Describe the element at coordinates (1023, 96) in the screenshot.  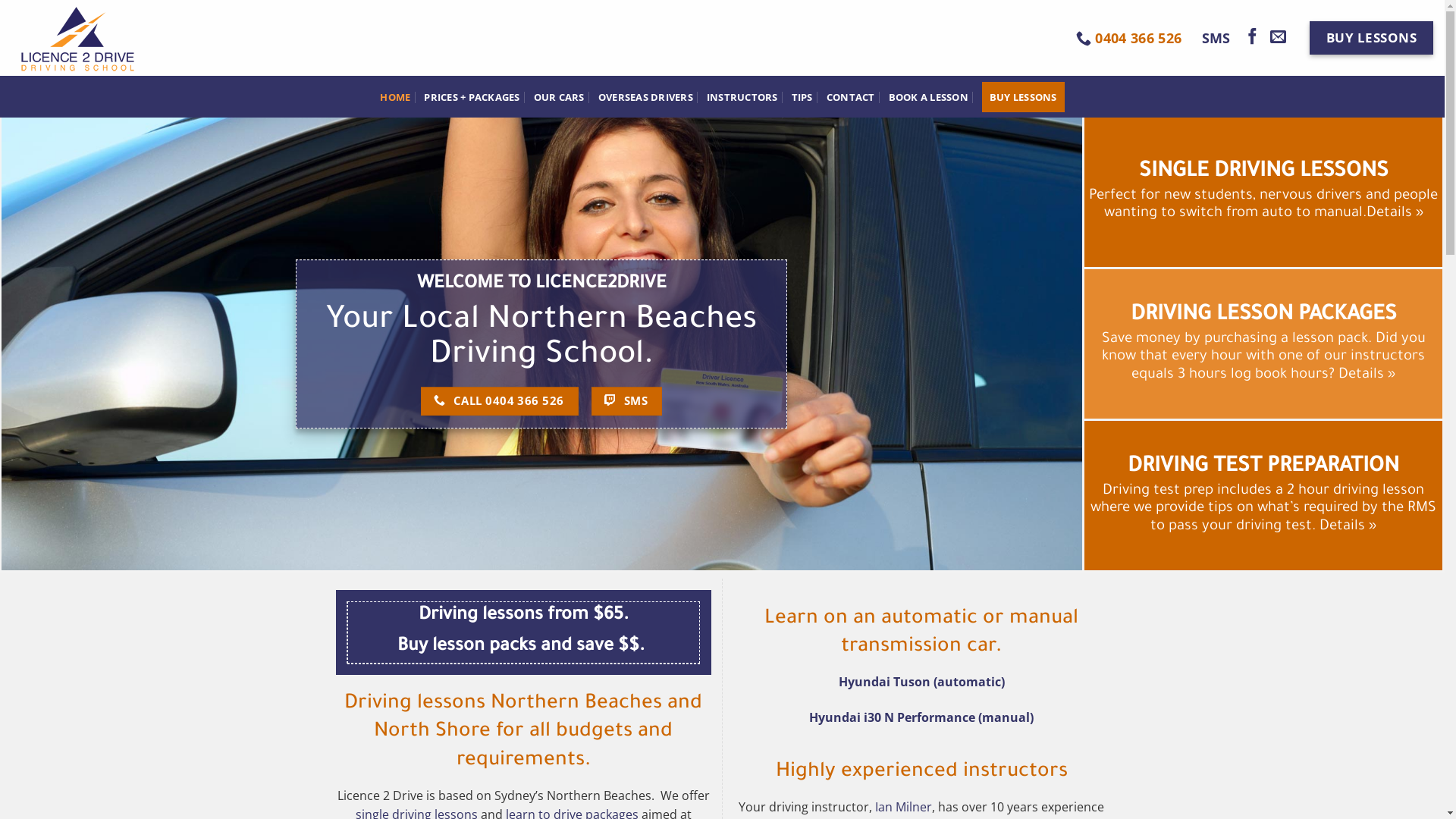
I see `'BUY LESSONS'` at that location.